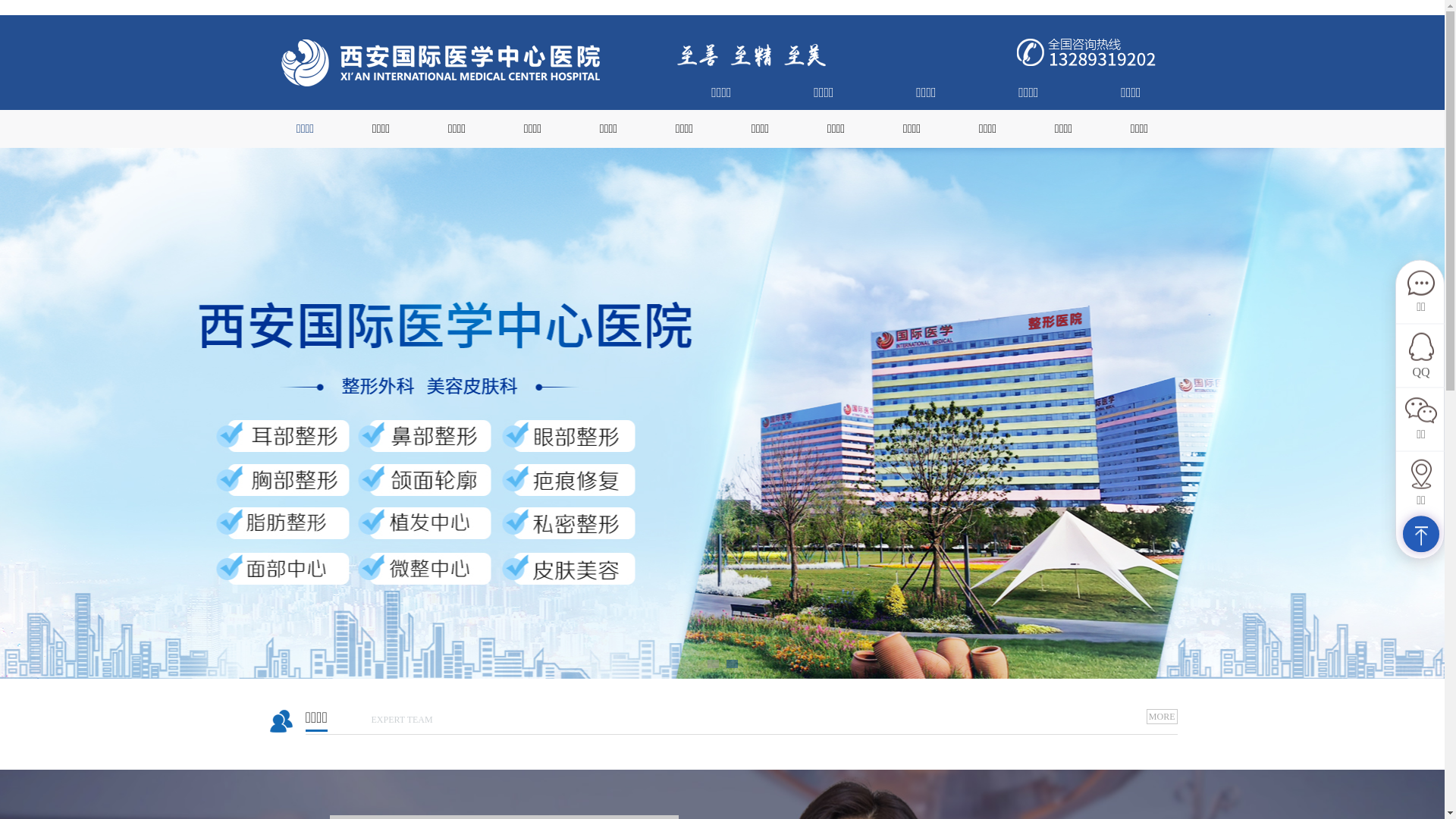  I want to click on 'MORE', so click(1161, 717).